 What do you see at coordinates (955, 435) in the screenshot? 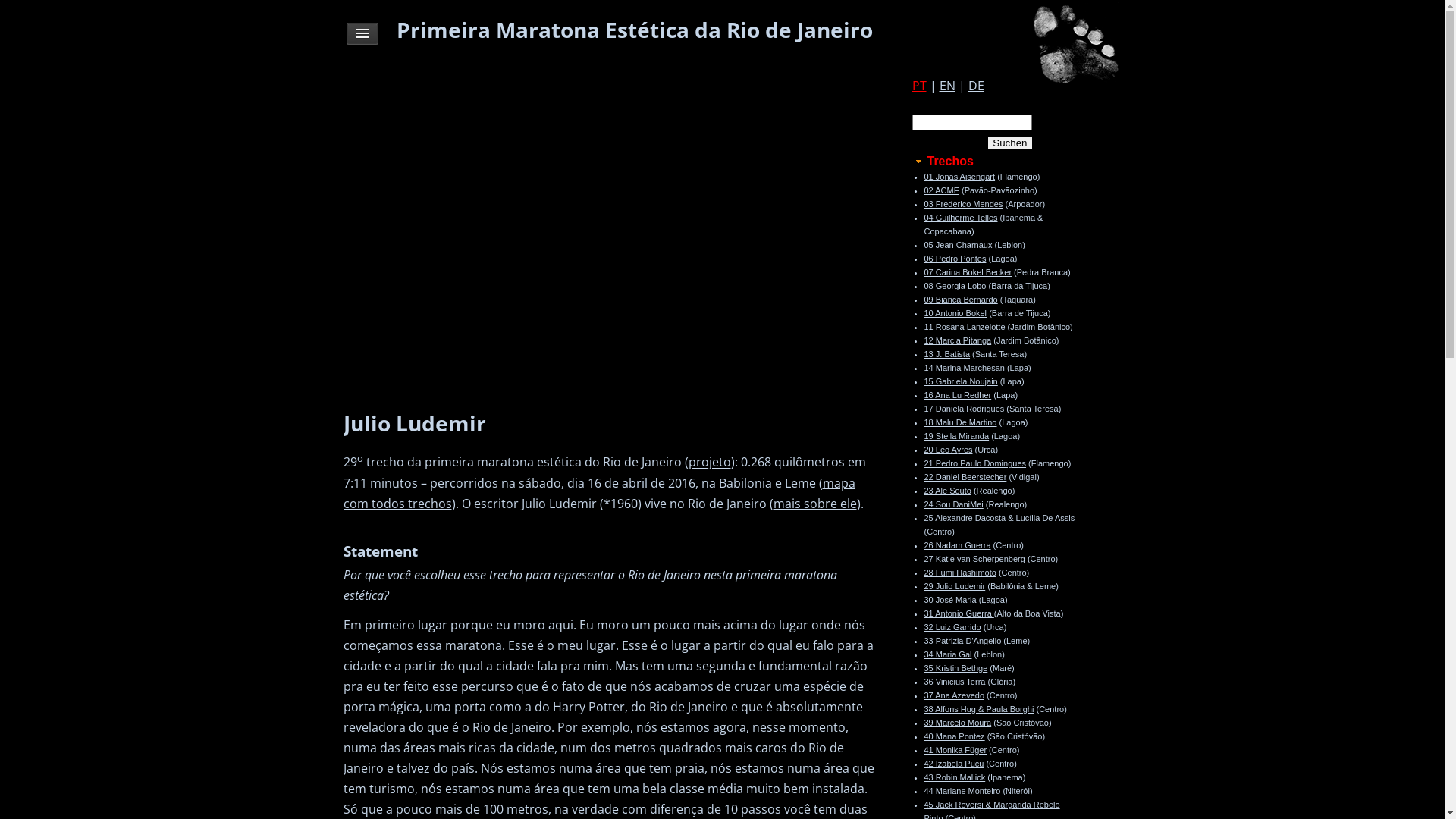
I see `'19 Stella Miranda'` at bounding box center [955, 435].